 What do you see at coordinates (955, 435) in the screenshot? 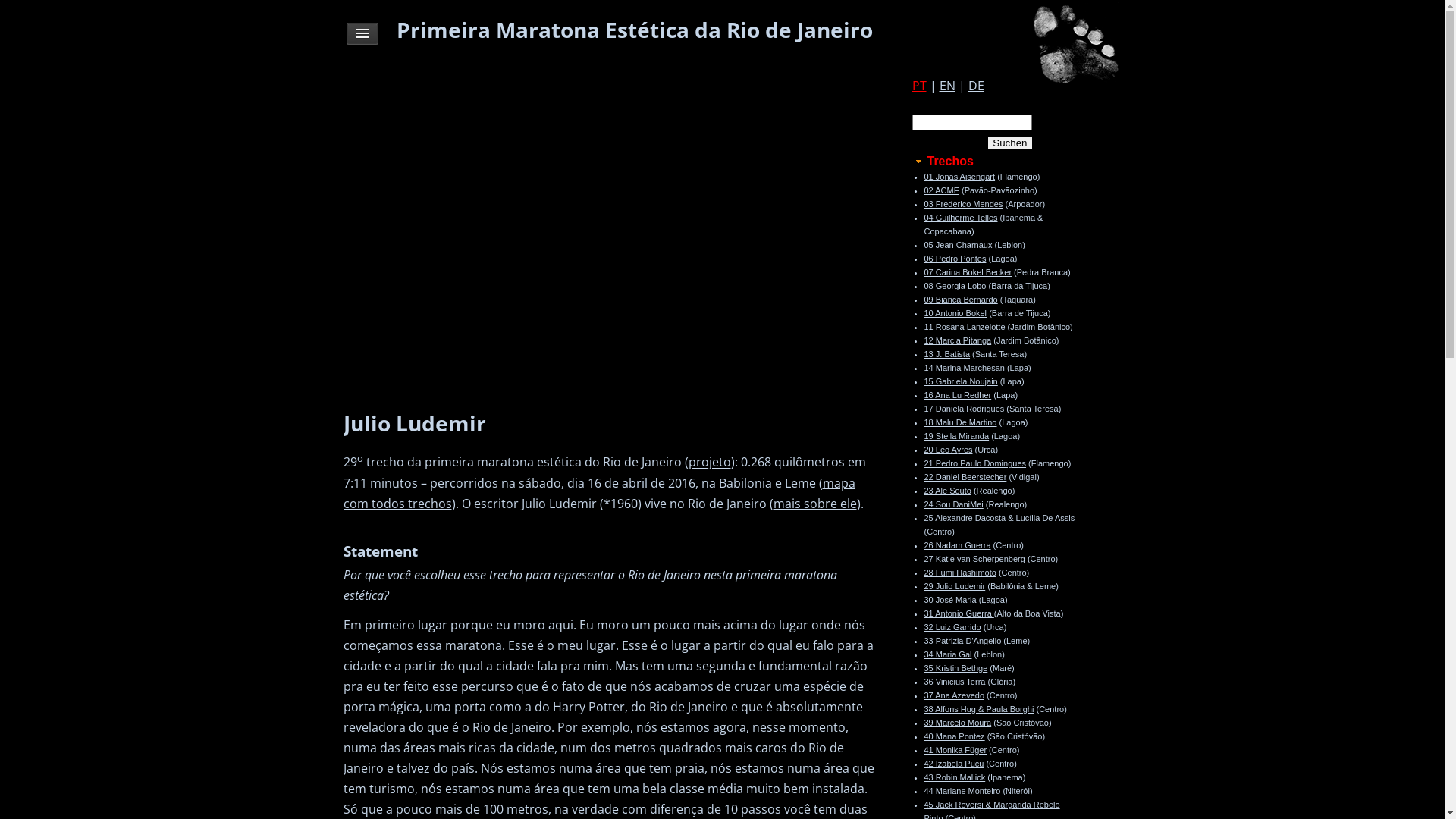
I see `'19 Stella Miranda'` at bounding box center [955, 435].